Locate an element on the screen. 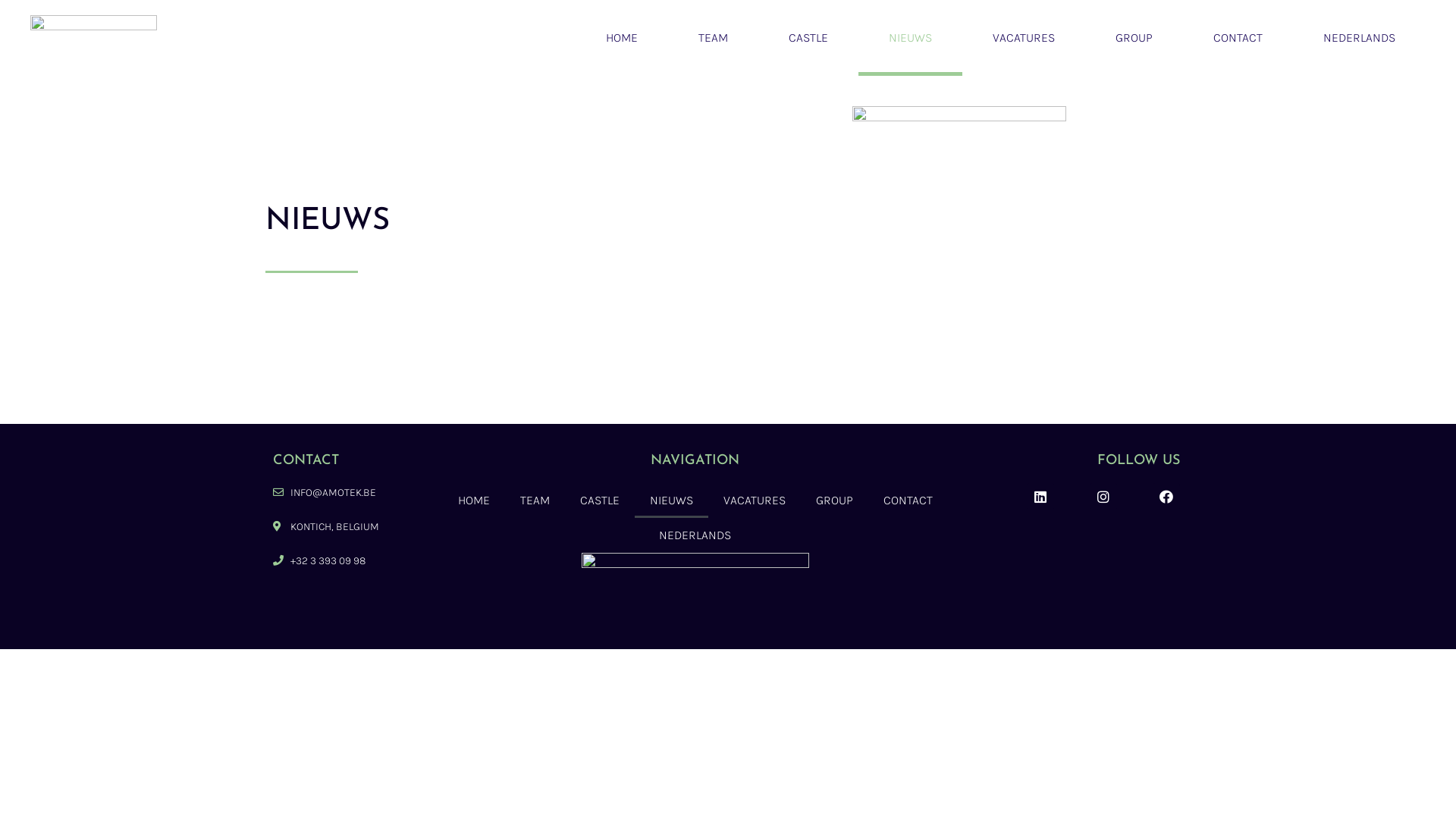 This screenshot has height=819, width=1456. 'NEDERLANDS' is located at coordinates (694, 534).